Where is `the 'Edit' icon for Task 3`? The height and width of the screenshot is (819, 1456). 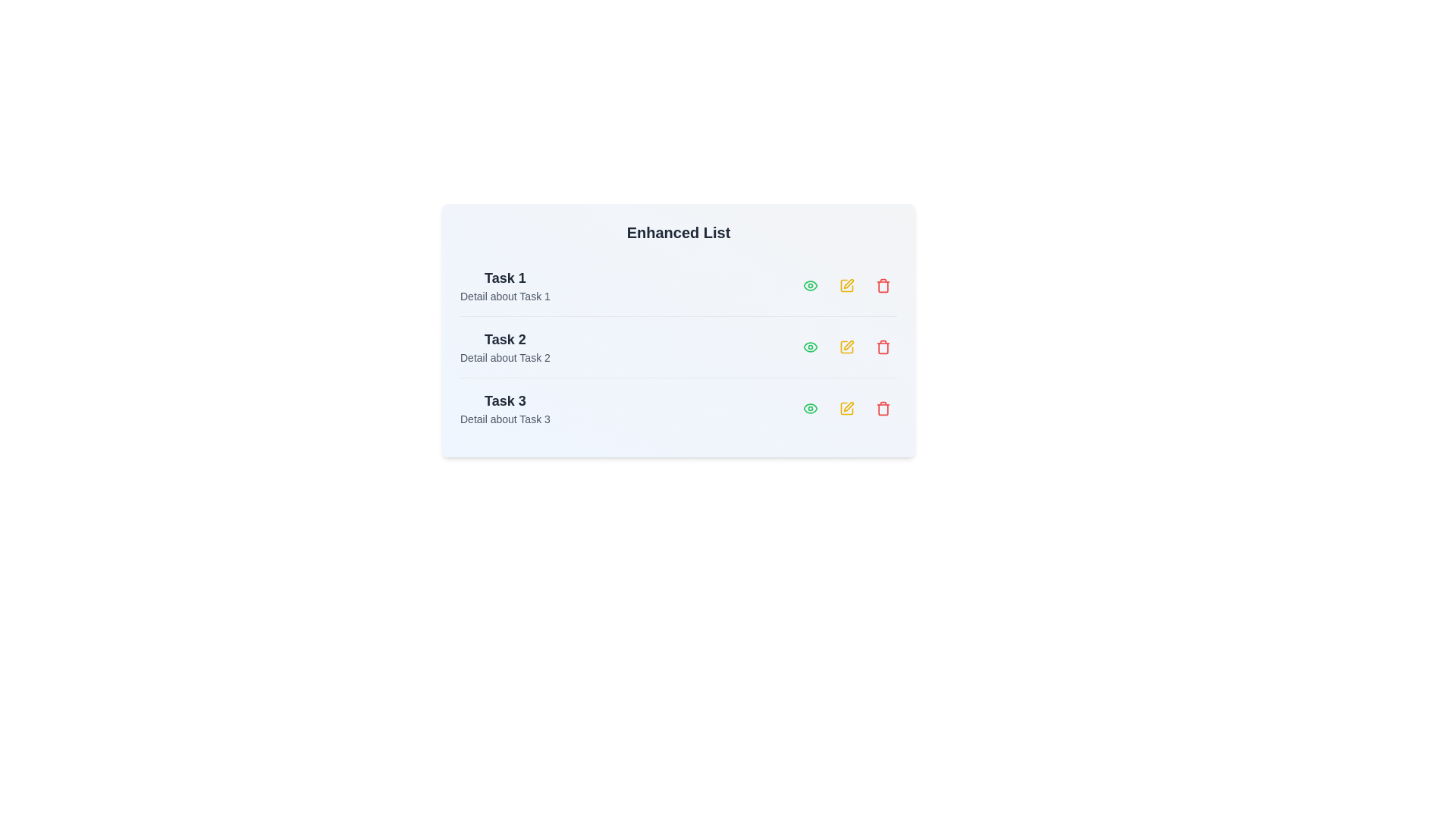
the 'Edit' icon for Task 3 is located at coordinates (846, 408).